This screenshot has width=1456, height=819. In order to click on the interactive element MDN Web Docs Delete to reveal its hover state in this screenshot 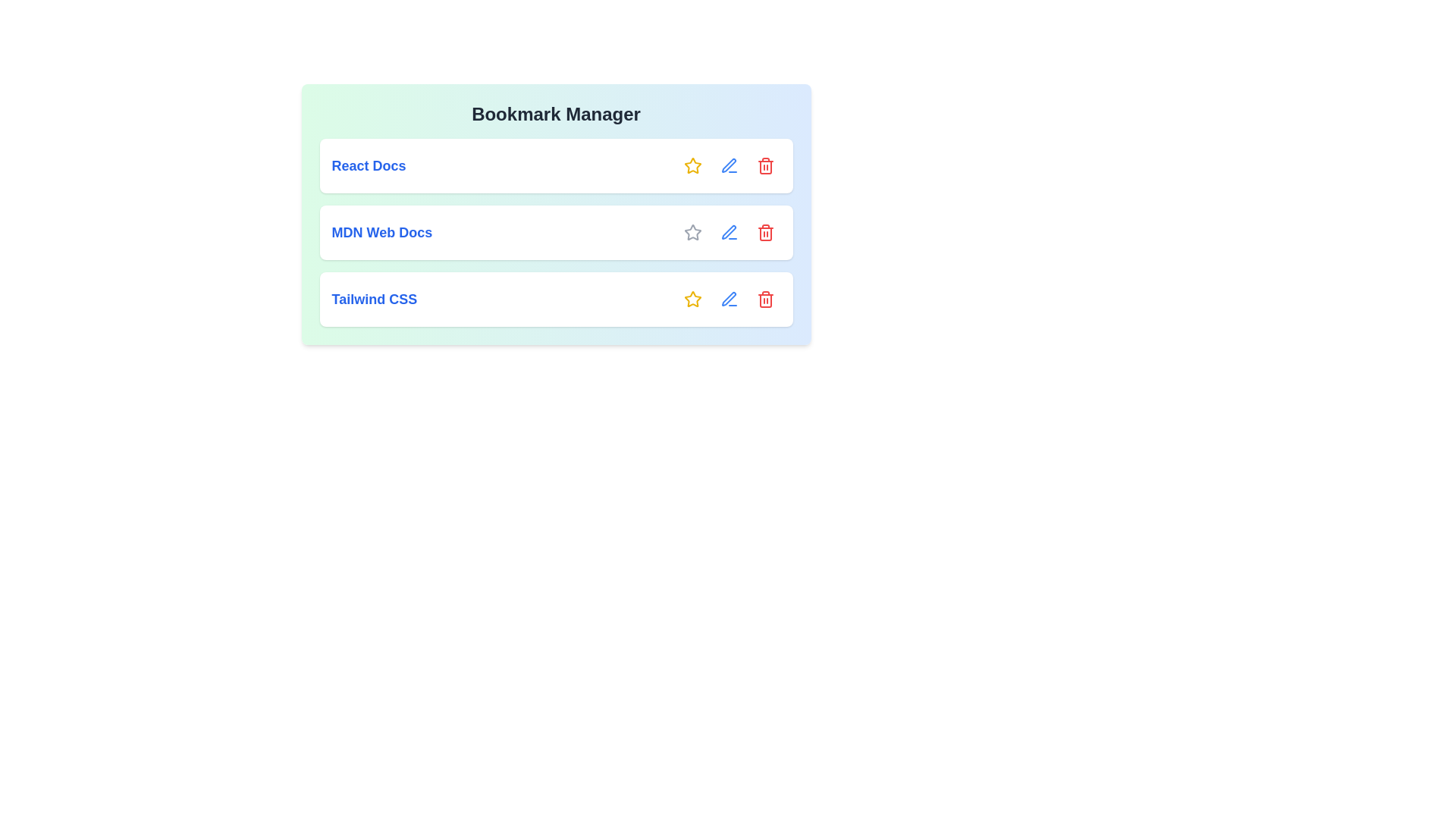, I will do `click(765, 233)`.